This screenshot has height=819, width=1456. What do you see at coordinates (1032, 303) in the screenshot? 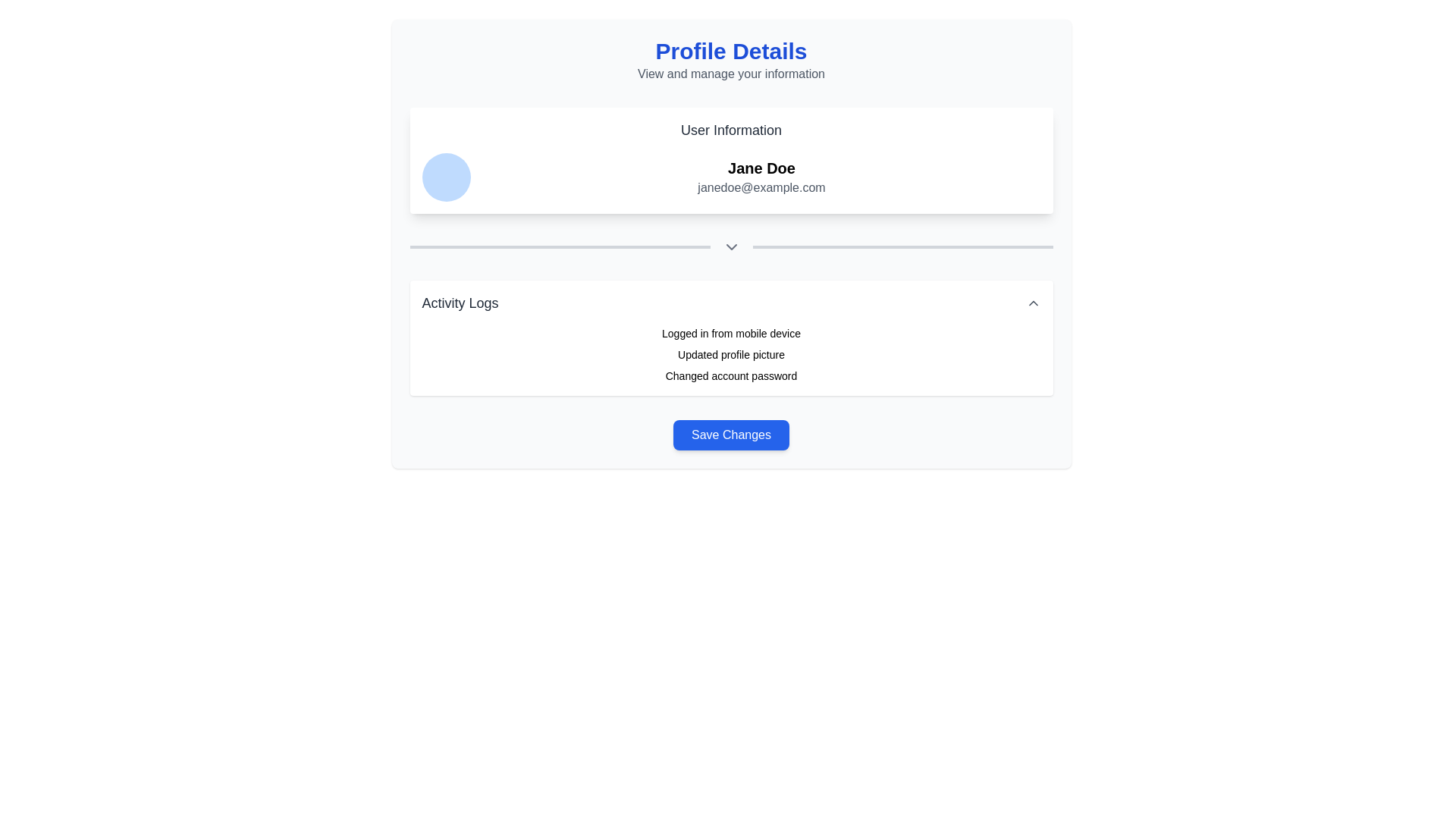
I see `the upward-pointing chevron icon on the far-right side of the 'Activity Logs' header` at bounding box center [1032, 303].